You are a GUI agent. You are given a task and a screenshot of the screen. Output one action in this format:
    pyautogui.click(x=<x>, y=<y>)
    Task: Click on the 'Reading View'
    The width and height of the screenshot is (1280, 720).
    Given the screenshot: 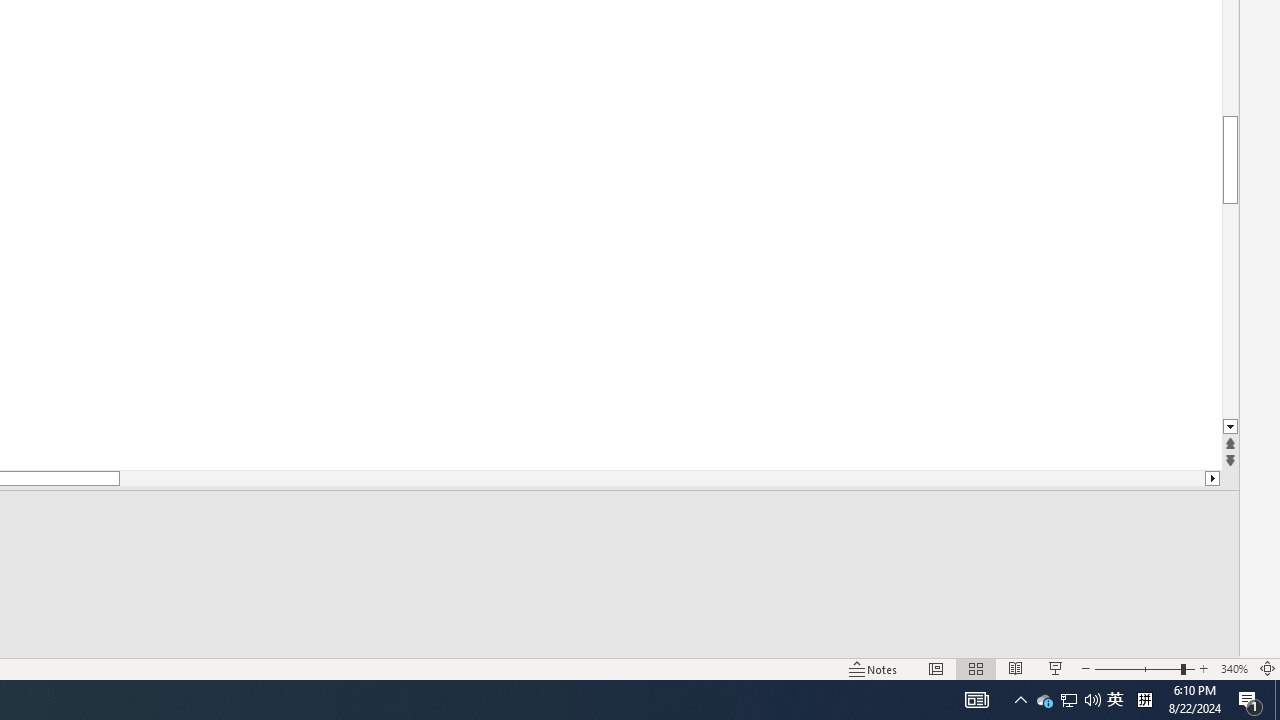 What is the action you would take?
    pyautogui.click(x=1015, y=669)
    